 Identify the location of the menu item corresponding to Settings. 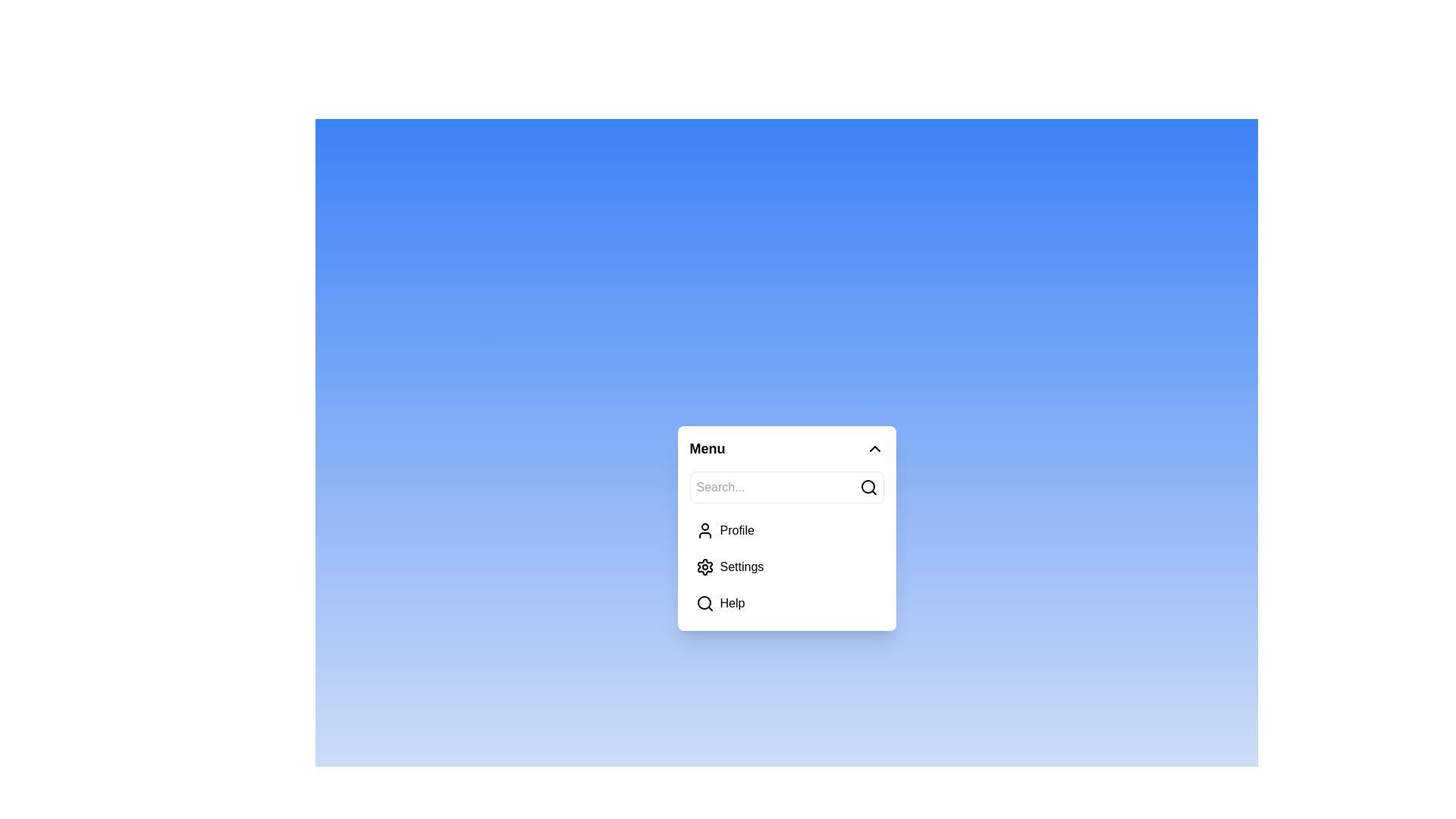
(704, 567).